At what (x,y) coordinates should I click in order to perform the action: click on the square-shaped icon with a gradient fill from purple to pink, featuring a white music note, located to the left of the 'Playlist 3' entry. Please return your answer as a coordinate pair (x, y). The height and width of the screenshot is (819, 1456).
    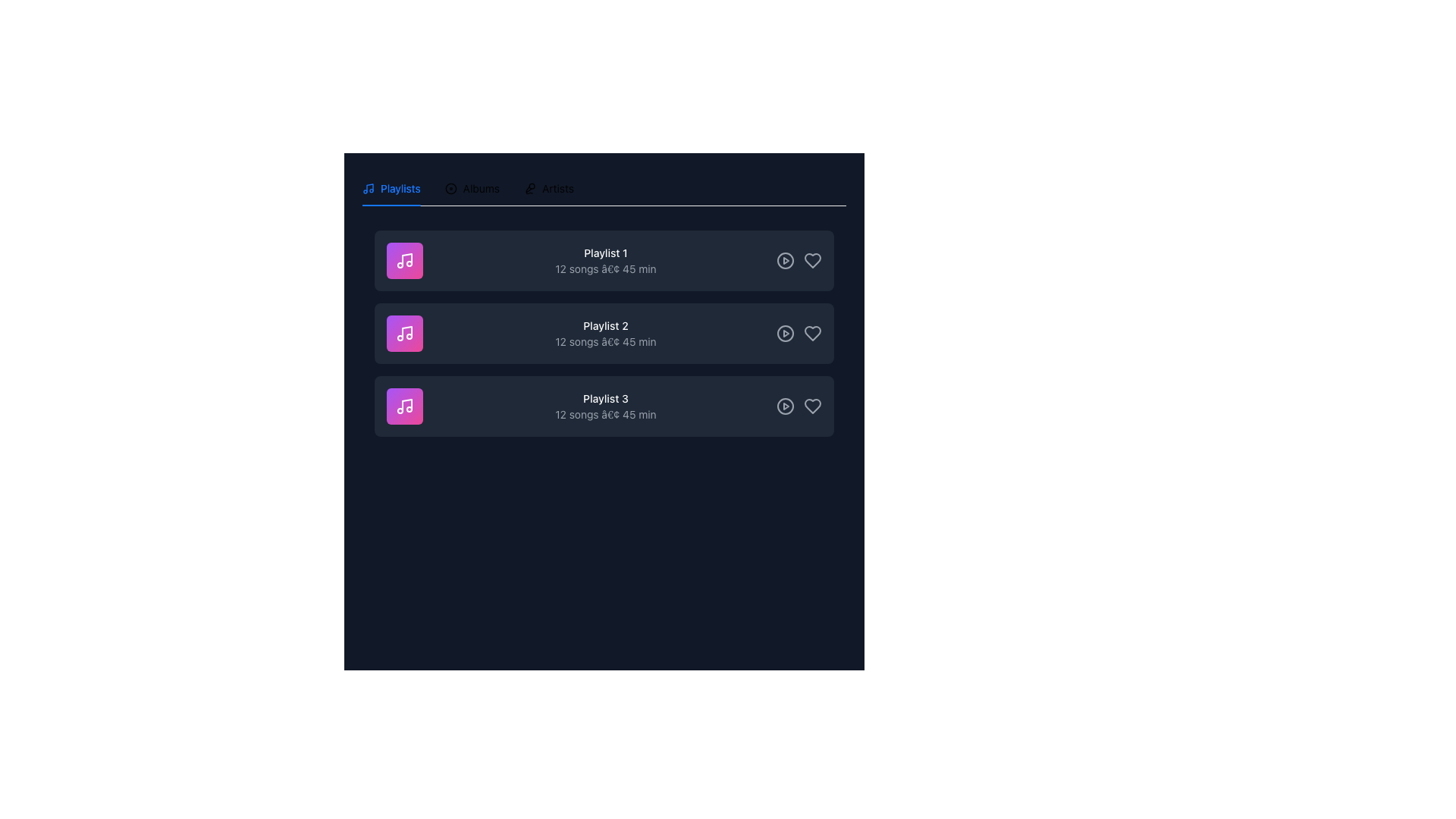
    Looking at the image, I should click on (404, 406).